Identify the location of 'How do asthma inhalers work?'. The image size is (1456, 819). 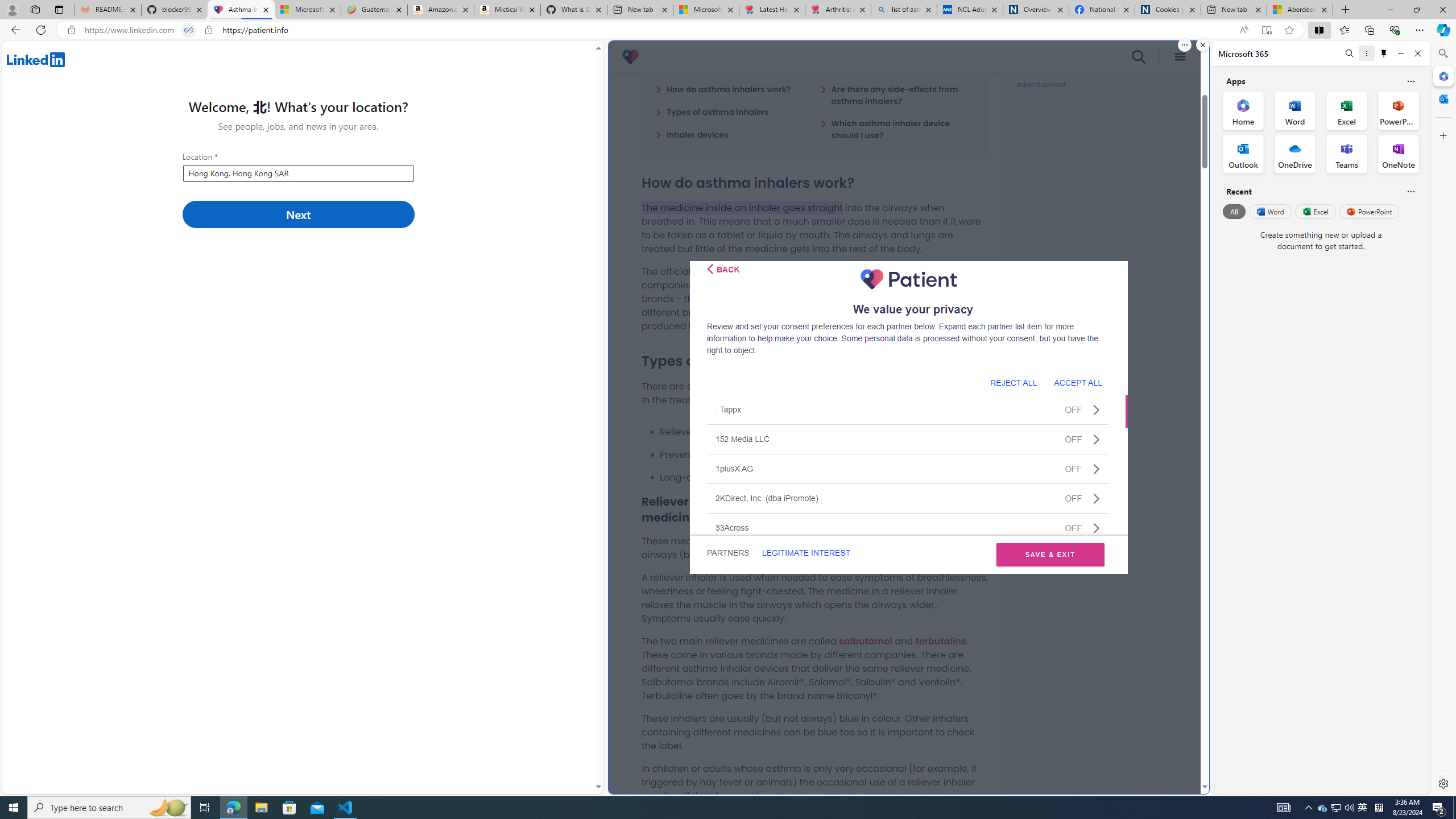
(723, 89).